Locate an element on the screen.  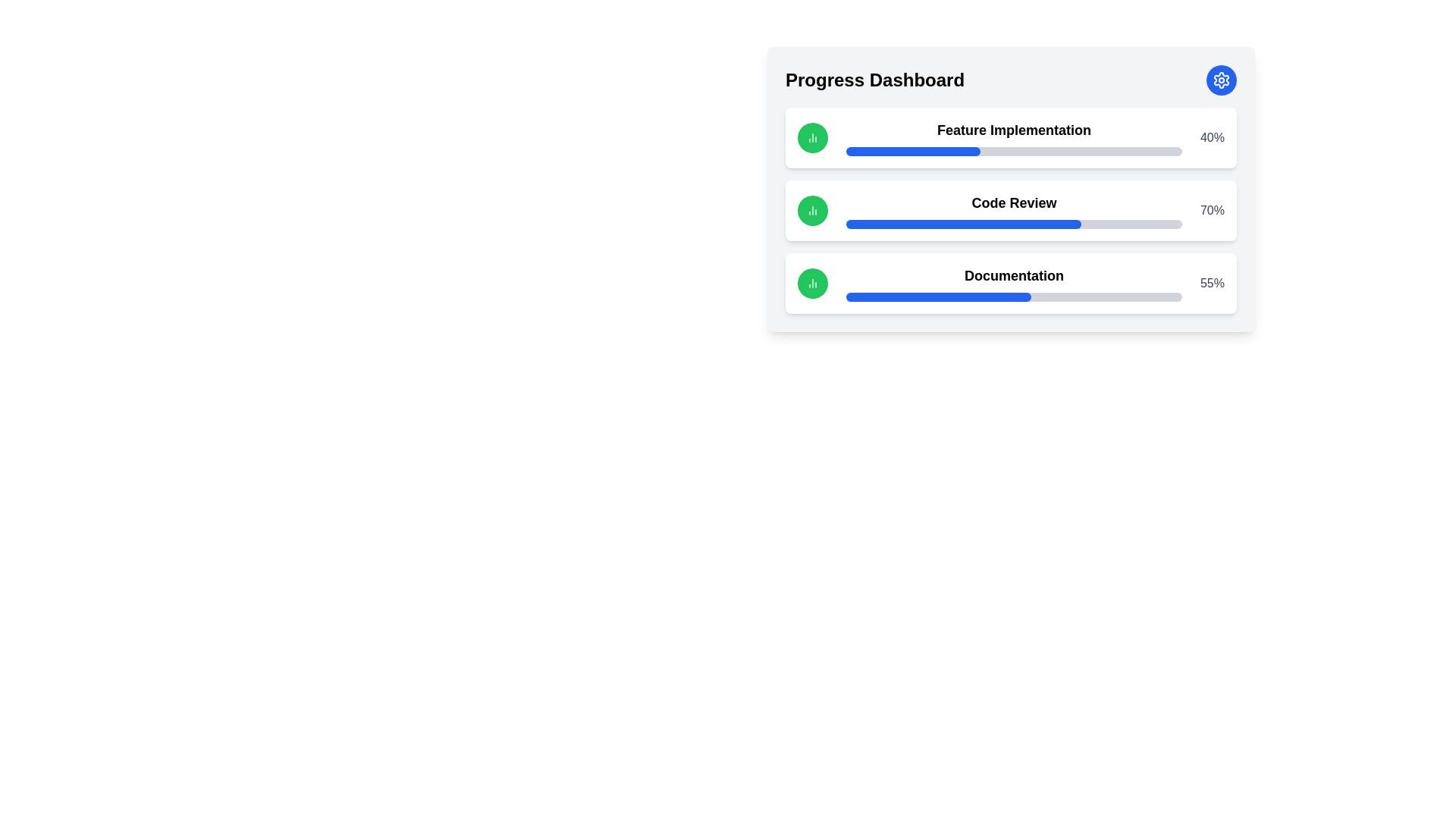
the blue progress bar representing 40% of the total width within the 'Feature Implementation' progress tracker area is located at coordinates (912, 152).